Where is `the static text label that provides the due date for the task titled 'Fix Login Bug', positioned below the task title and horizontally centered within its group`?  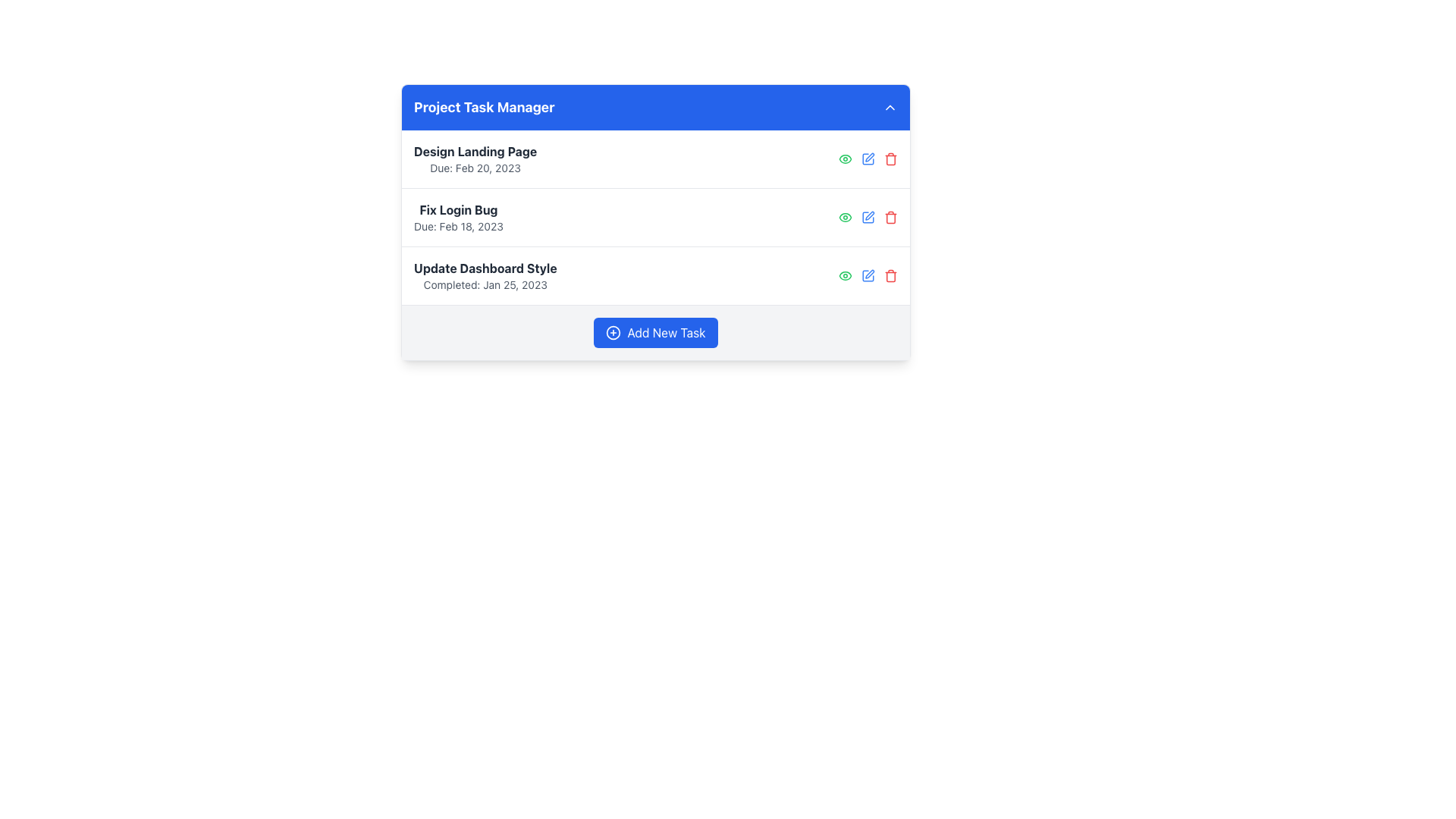
the static text label that provides the due date for the task titled 'Fix Login Bug', positioned below the task title and horizontally centered within its group is located at coordinates (457, 227).